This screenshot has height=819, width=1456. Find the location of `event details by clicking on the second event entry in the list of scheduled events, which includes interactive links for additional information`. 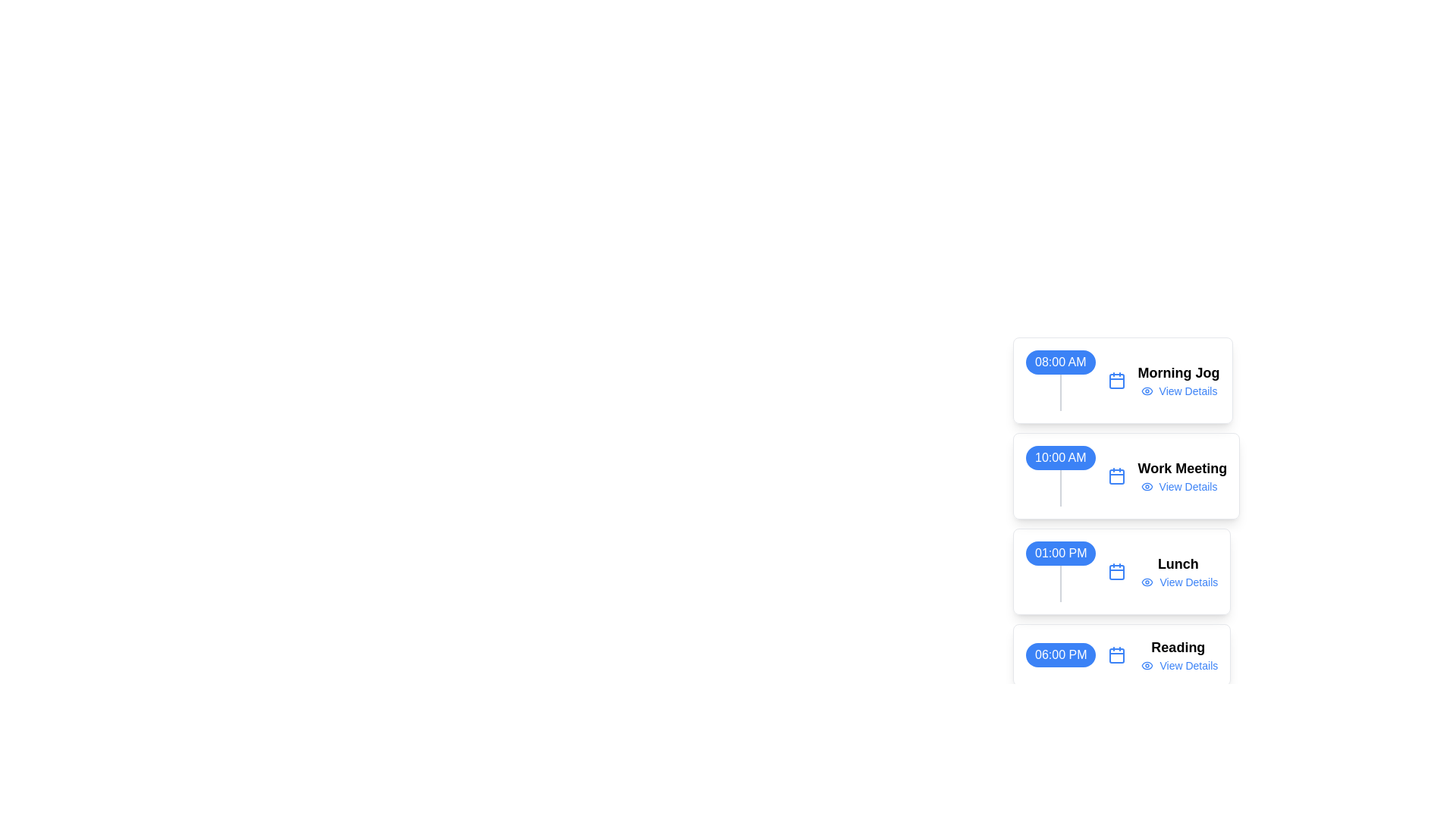

event details by clicking on the second event entry in the list of scheduled events, which includes interactive links for additional information is located at coordinates (1207, 512).